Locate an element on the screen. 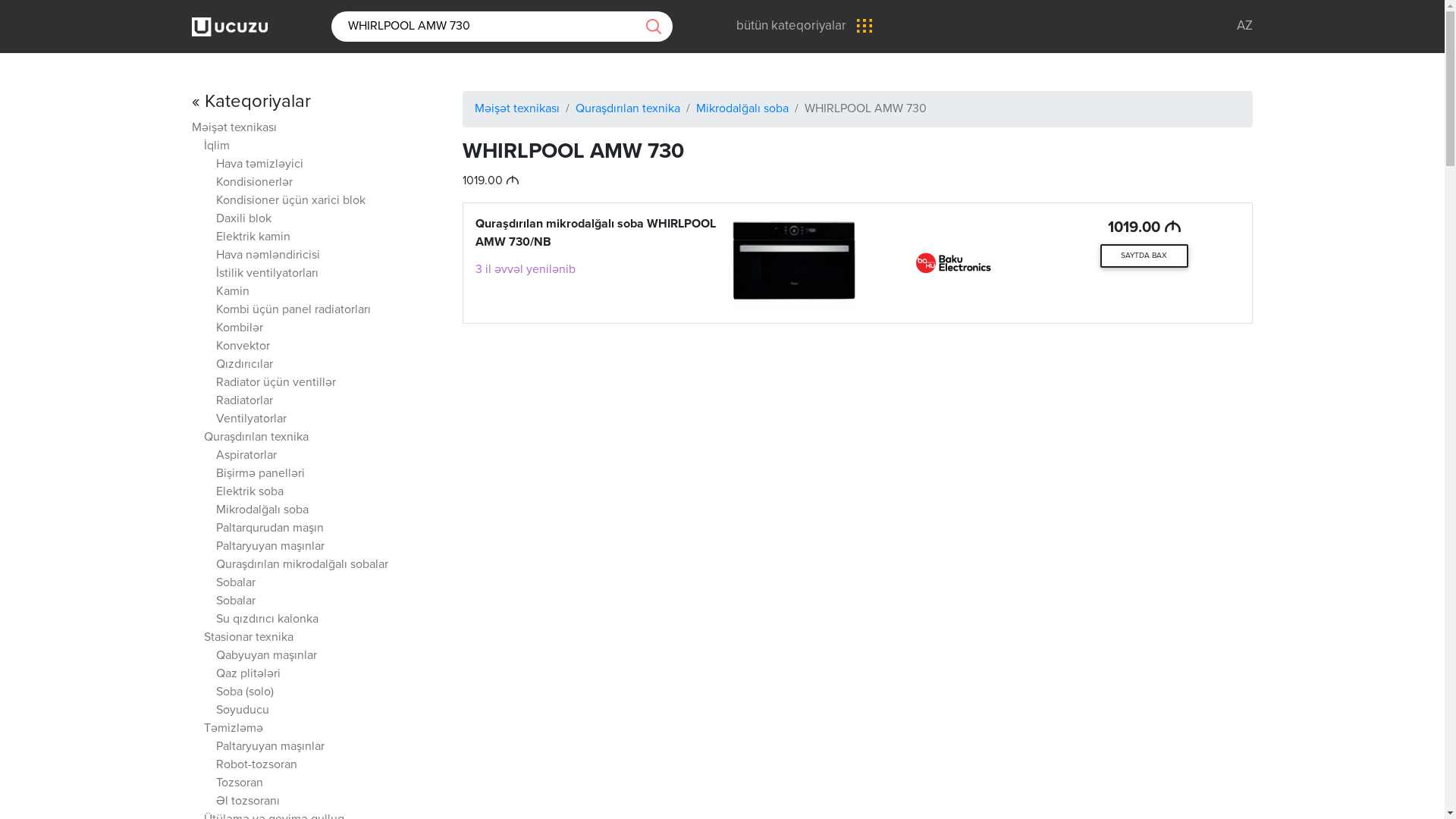  'Soba (solo)' is located at coordinates (215, 692).